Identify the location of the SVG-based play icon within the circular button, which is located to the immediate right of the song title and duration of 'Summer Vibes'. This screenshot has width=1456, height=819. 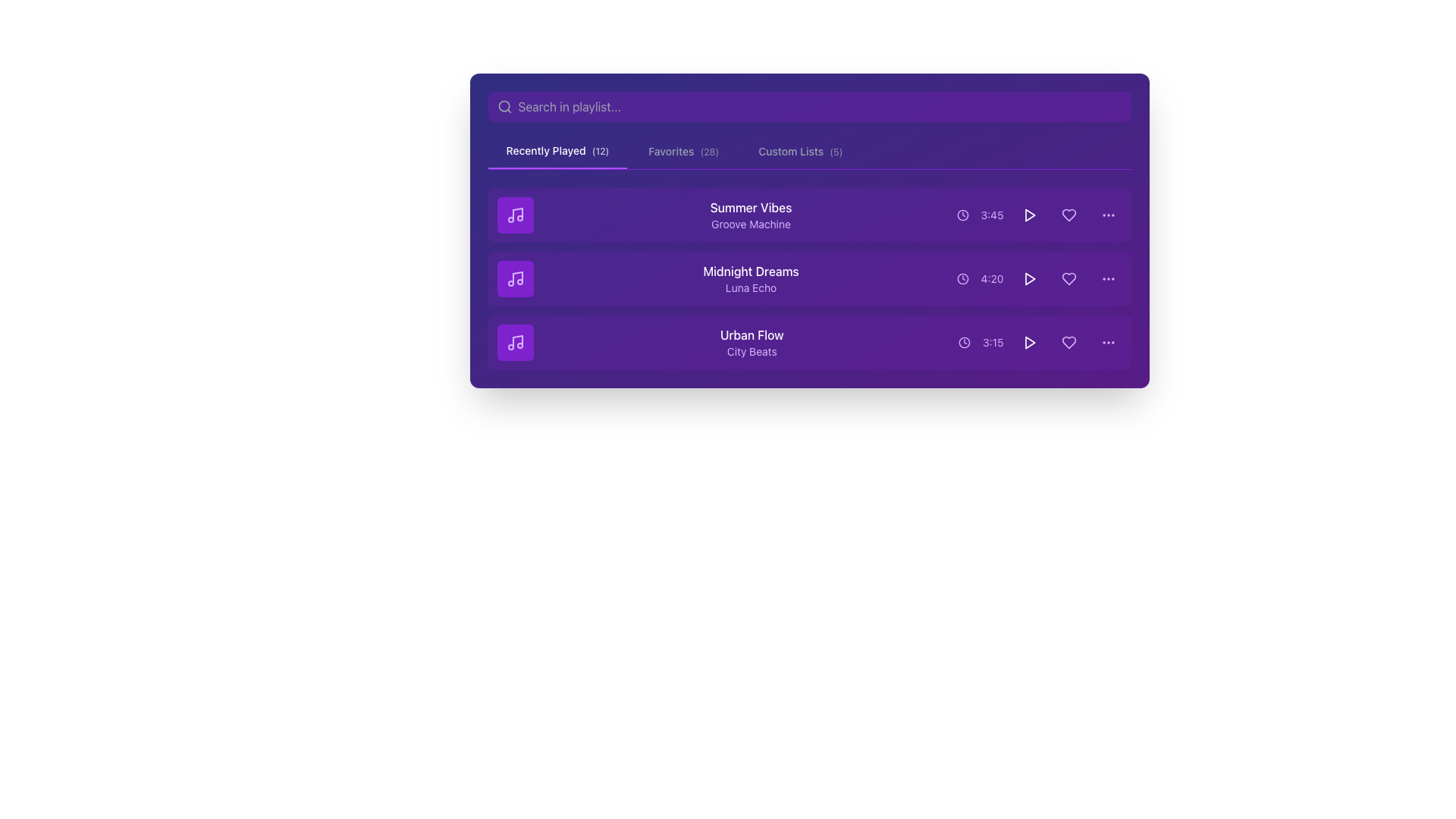
(1029, 215).